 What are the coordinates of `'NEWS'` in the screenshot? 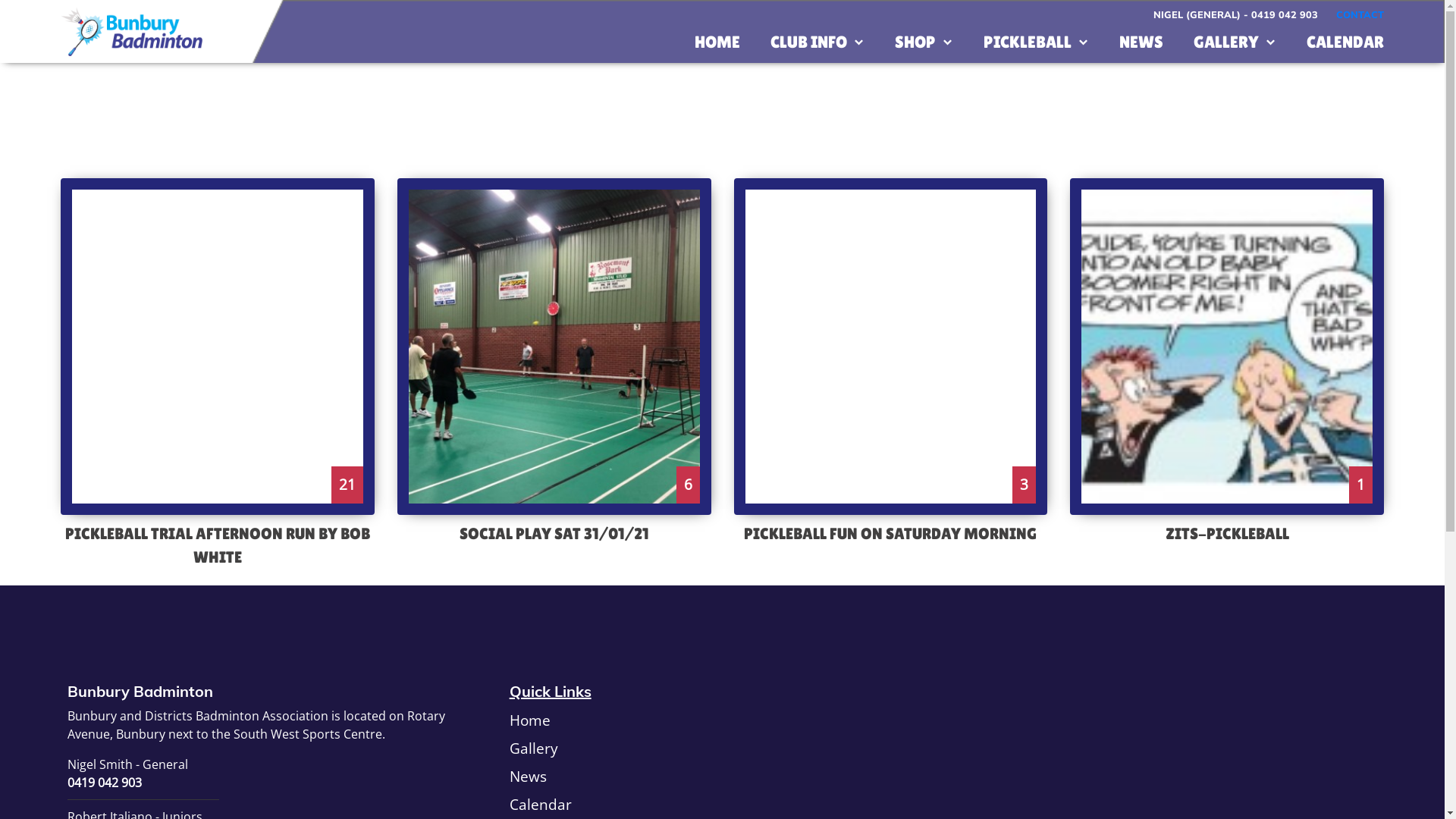 It's located at (1141, 40).